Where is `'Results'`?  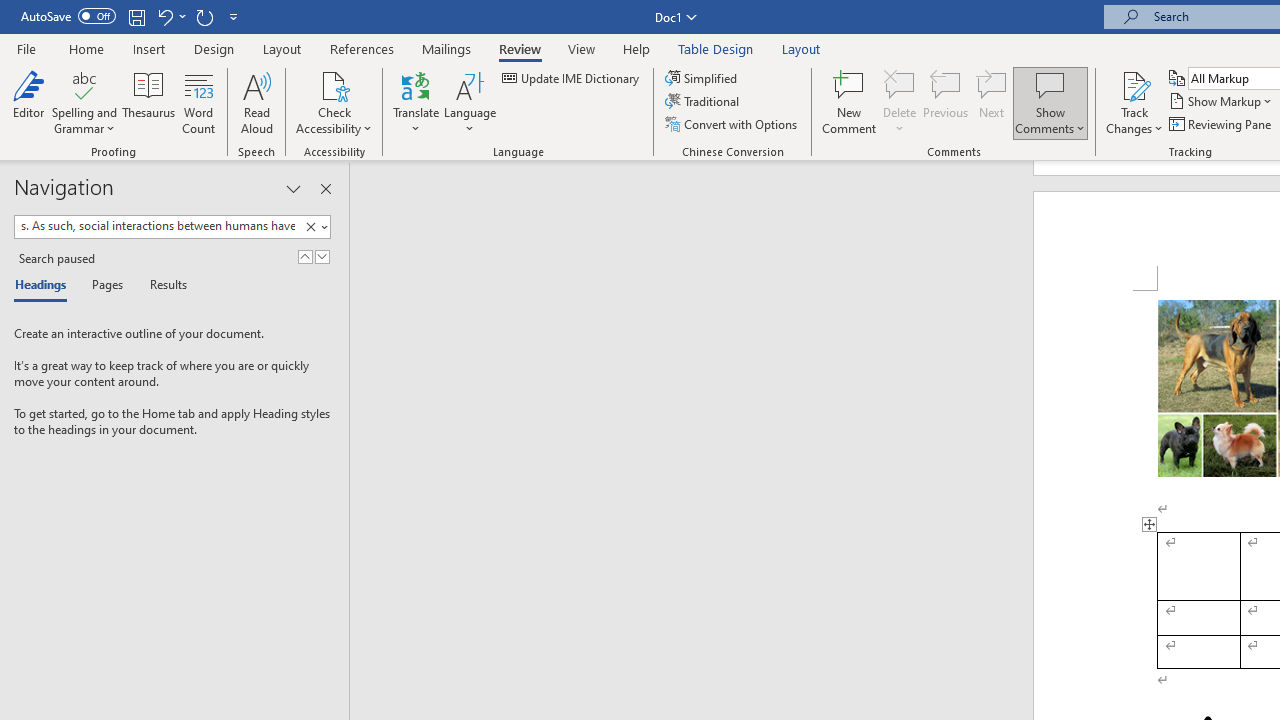 'Results' is located at coordinates (161, 286).